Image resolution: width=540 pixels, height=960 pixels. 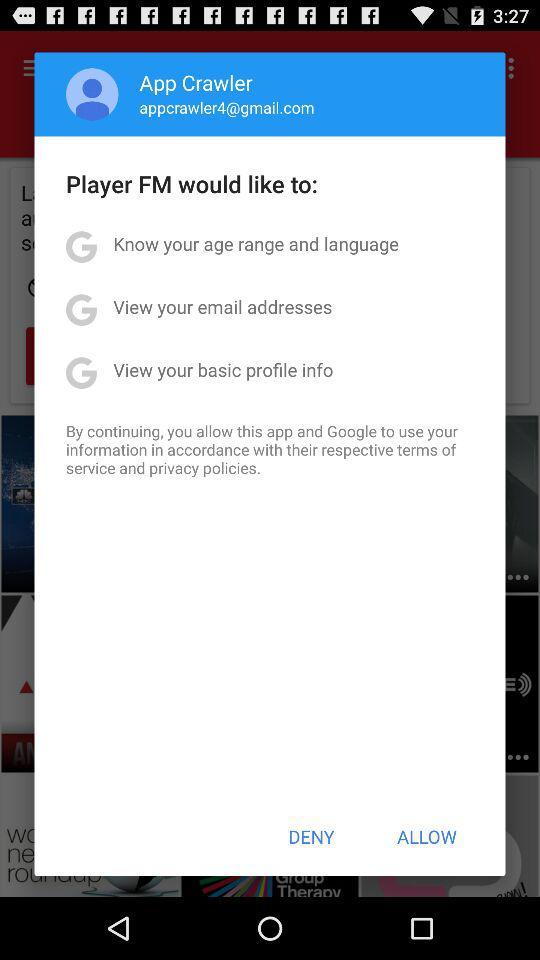 What do you see at coordinates (256, 242) in the screenshot?
I see `know your age item` at bounding box center [256, 242].